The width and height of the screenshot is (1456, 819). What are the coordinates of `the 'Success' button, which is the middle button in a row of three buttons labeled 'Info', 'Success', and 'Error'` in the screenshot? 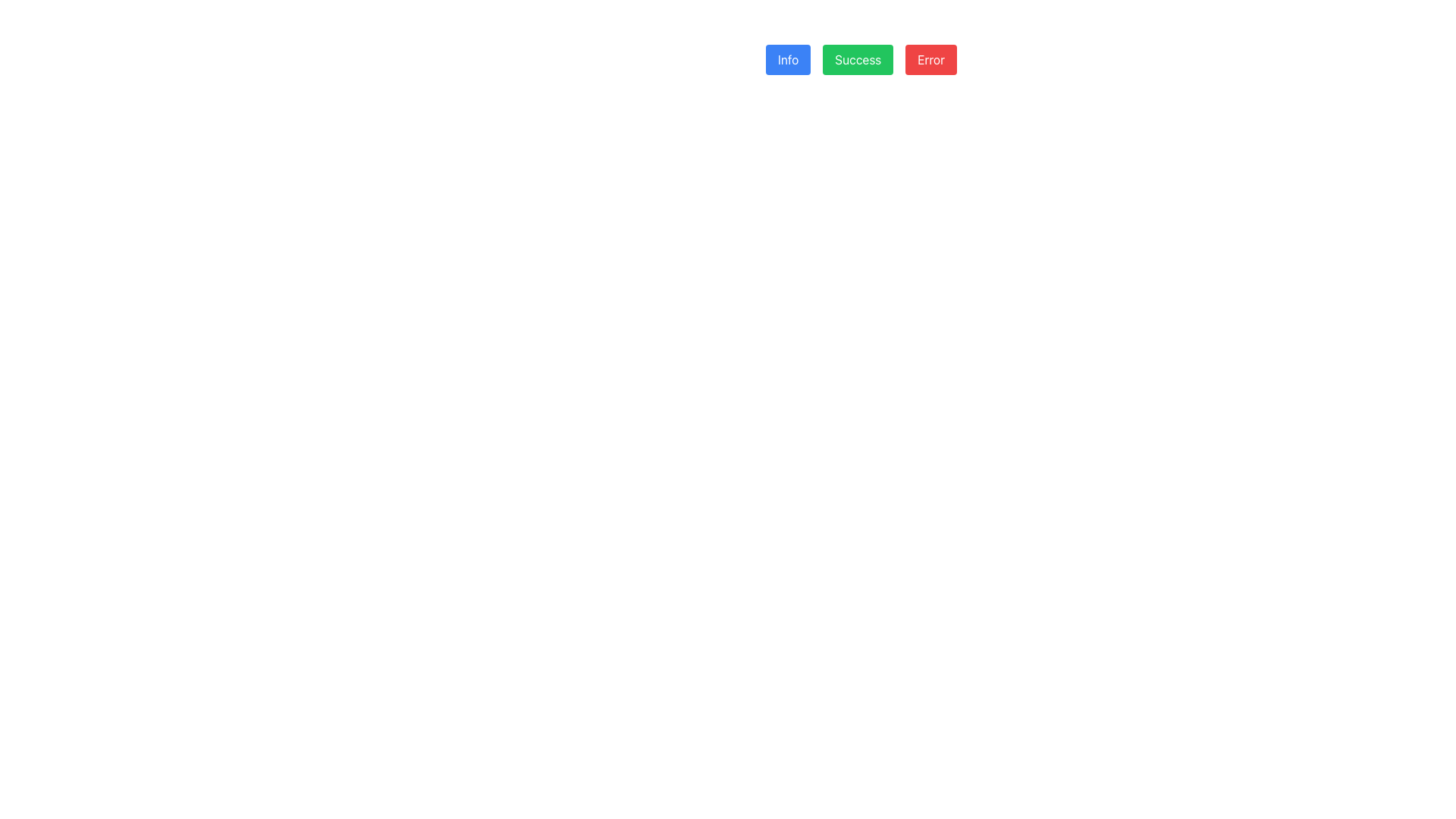 It's located at (861, 58).